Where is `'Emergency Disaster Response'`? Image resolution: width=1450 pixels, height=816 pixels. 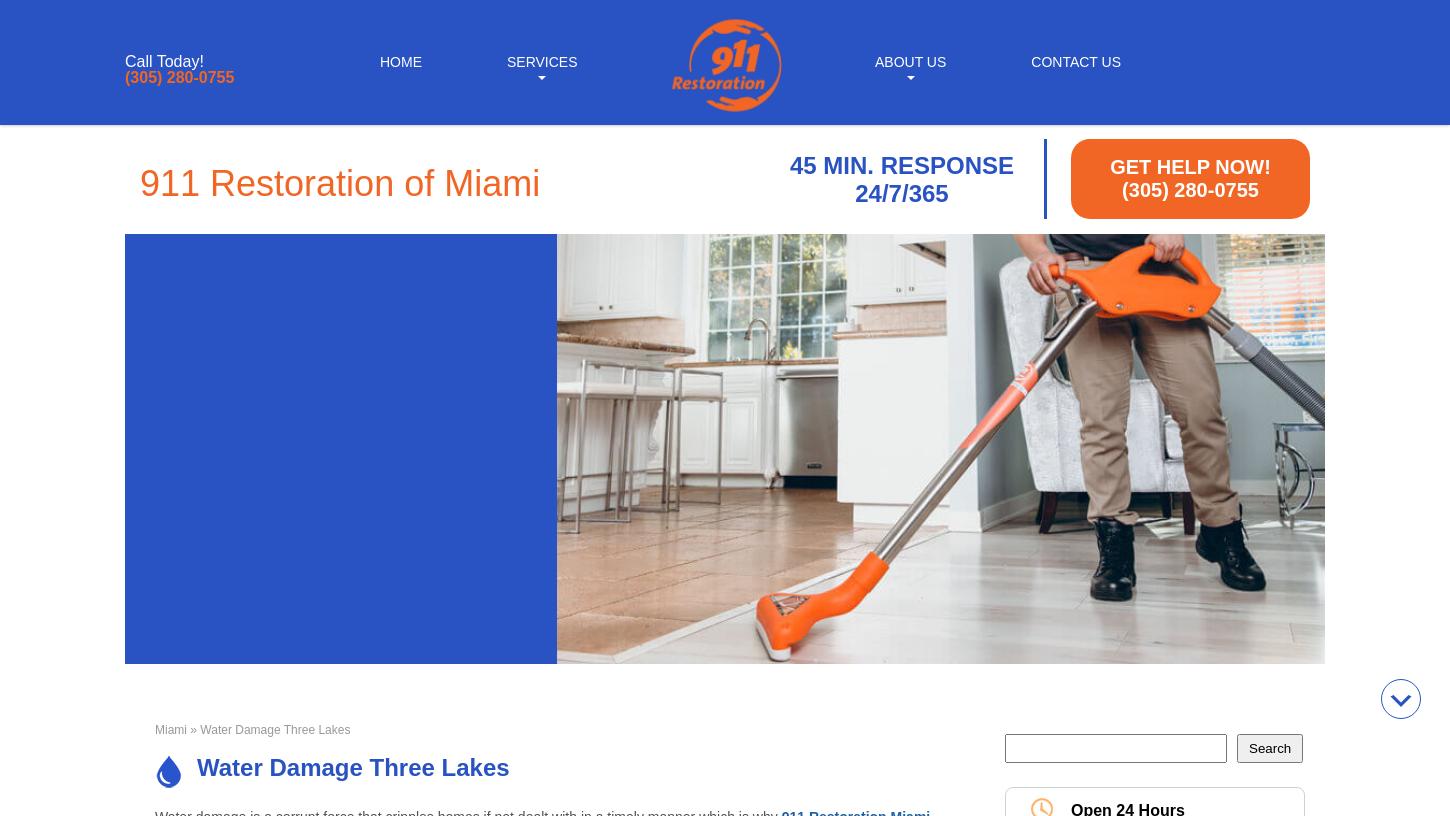
'Emergency Disaster Response' is located at coordinates (908, 300).